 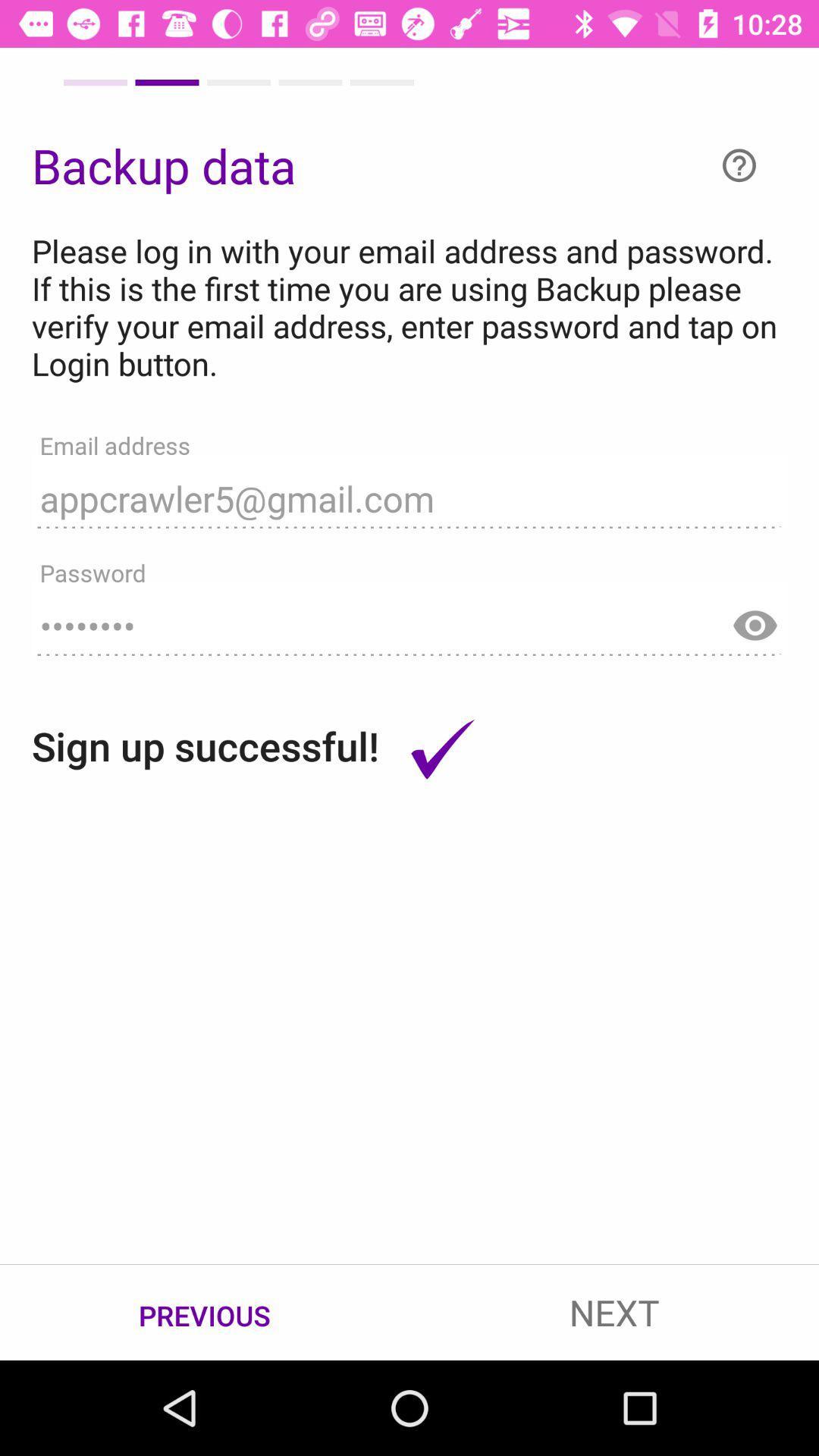 I want to click on show password, so click(x=755, y=618).